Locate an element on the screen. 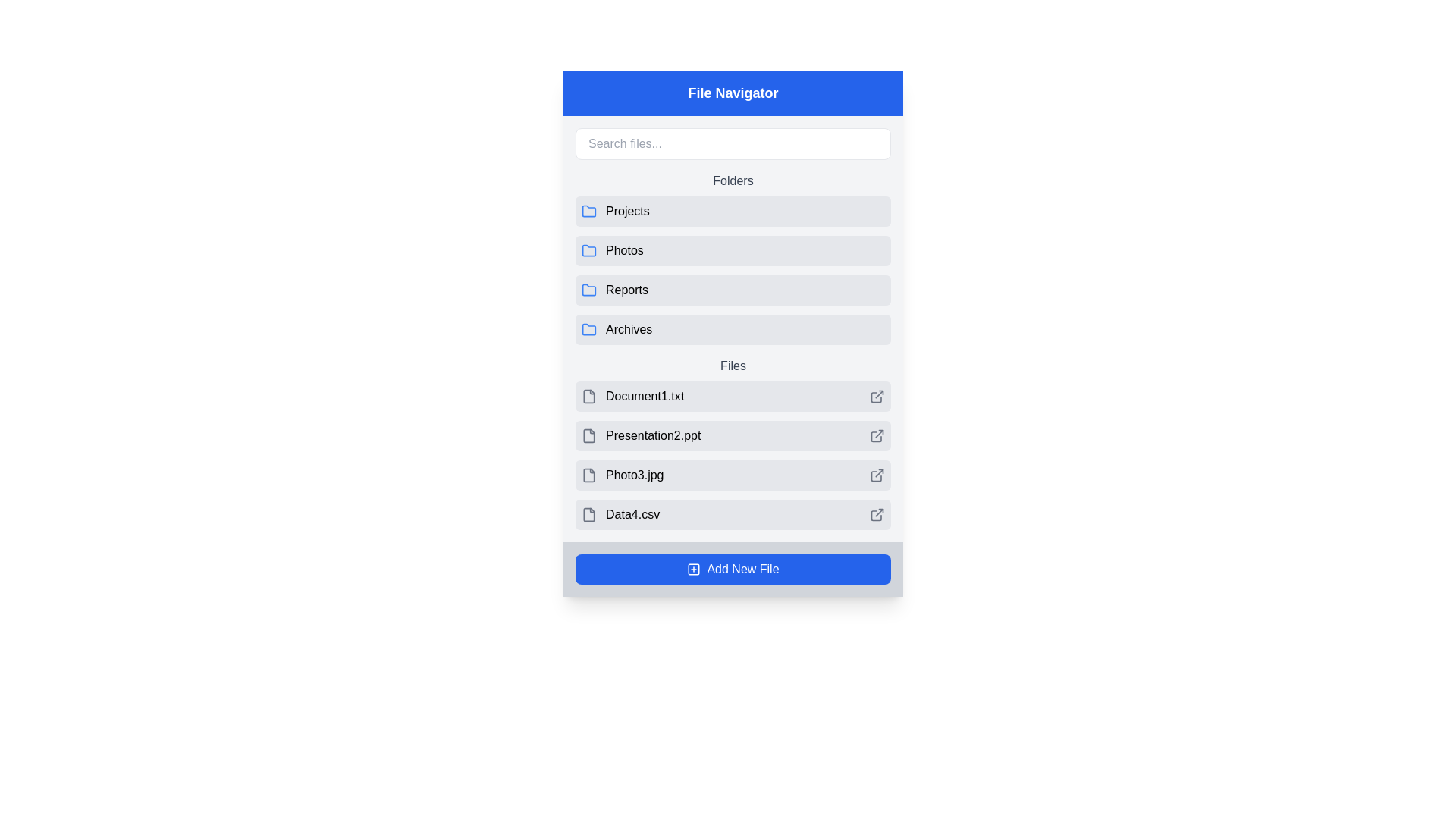  the external link icon located on the far right of the 'Data4.csv' file entry in the 'Files' section of the interface is located at coordinates (879, 512).